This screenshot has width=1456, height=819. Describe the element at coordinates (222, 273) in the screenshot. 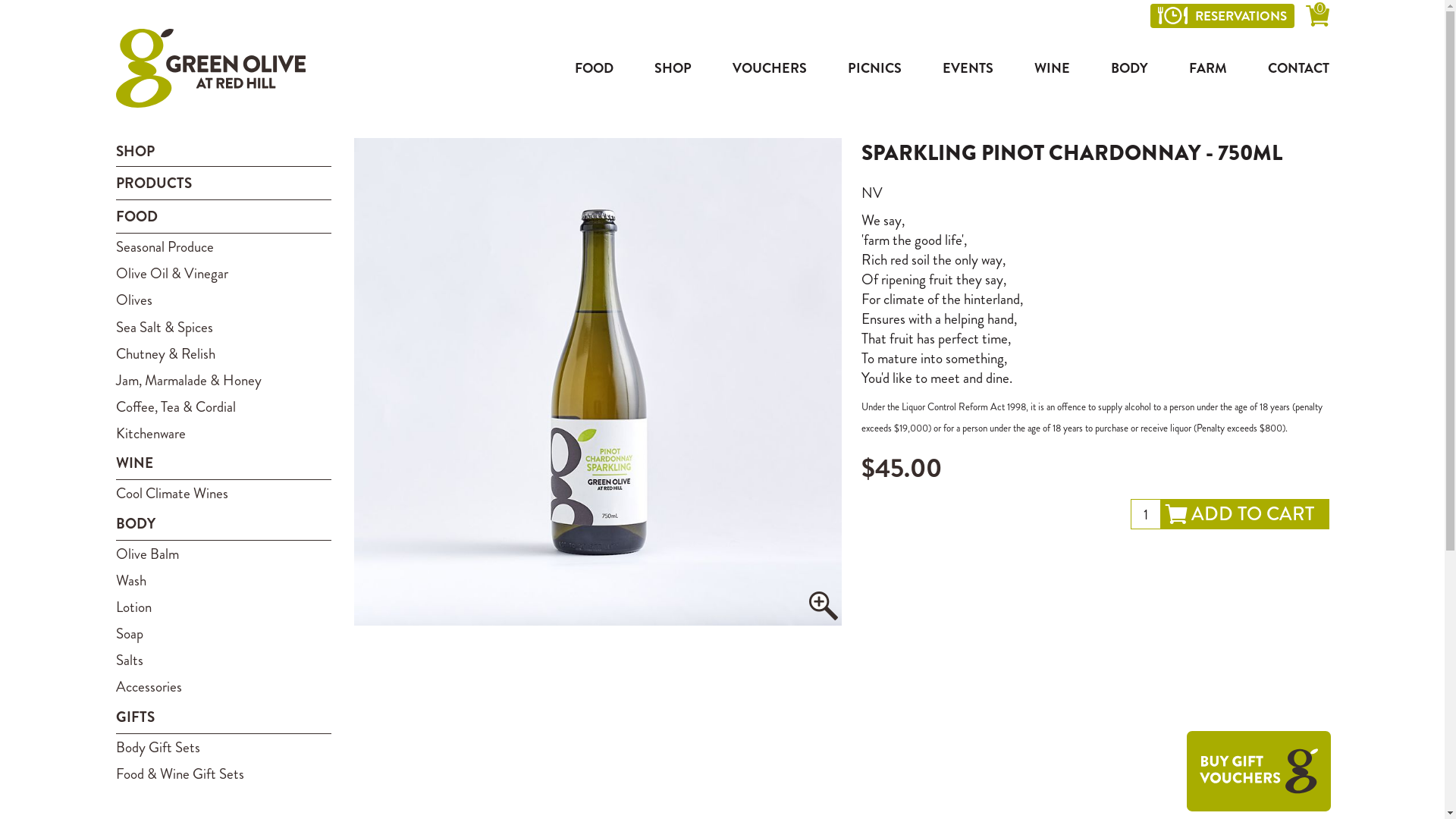

I see `'Olive Oil & Vinegar'` at that location.